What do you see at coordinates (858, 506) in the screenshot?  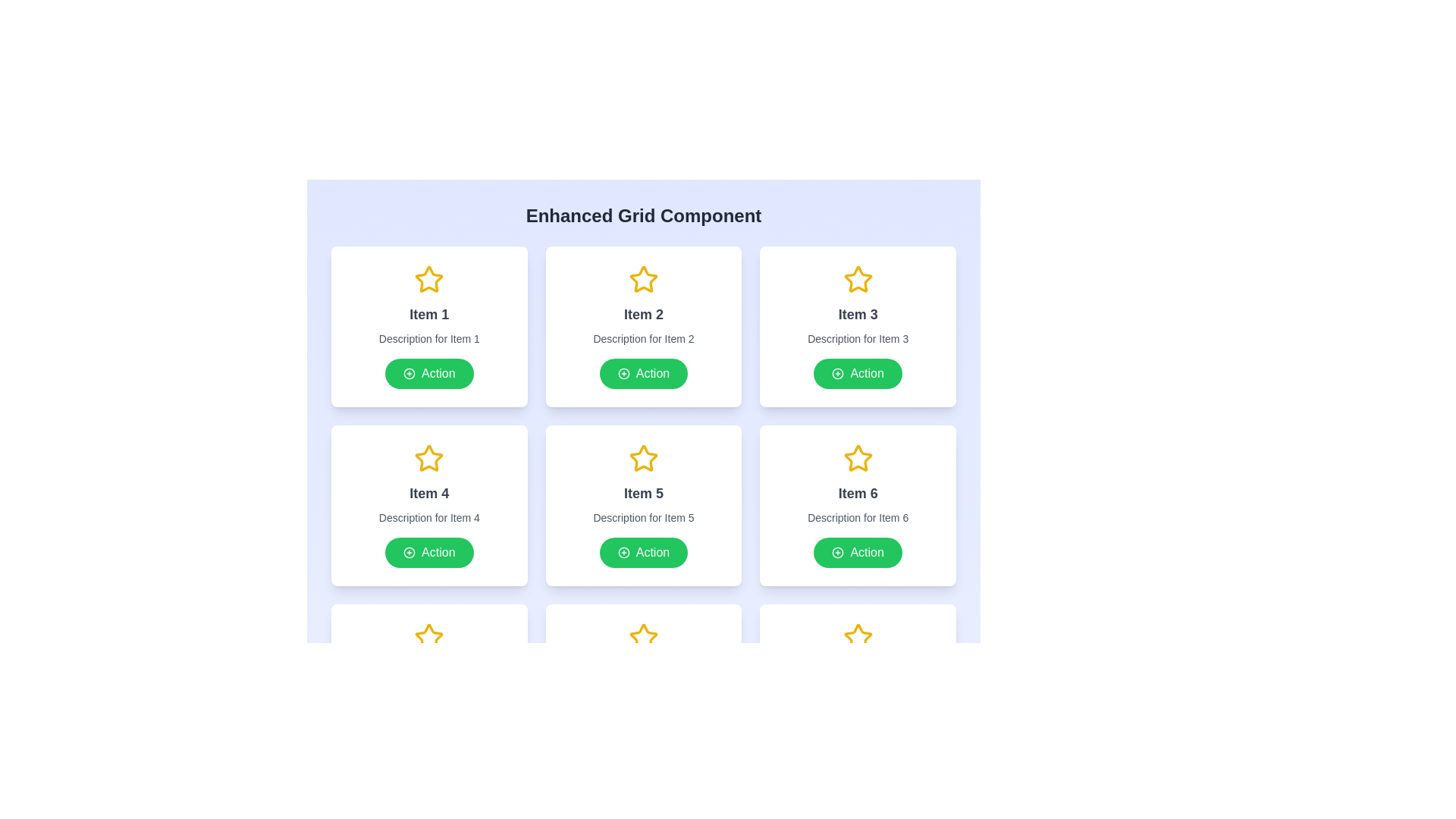 I see `the information displayed on the card labeled 'Item 6', which features a large yellow star icon, a title, and a green button at the bottom` at bounding box center [858, 506].